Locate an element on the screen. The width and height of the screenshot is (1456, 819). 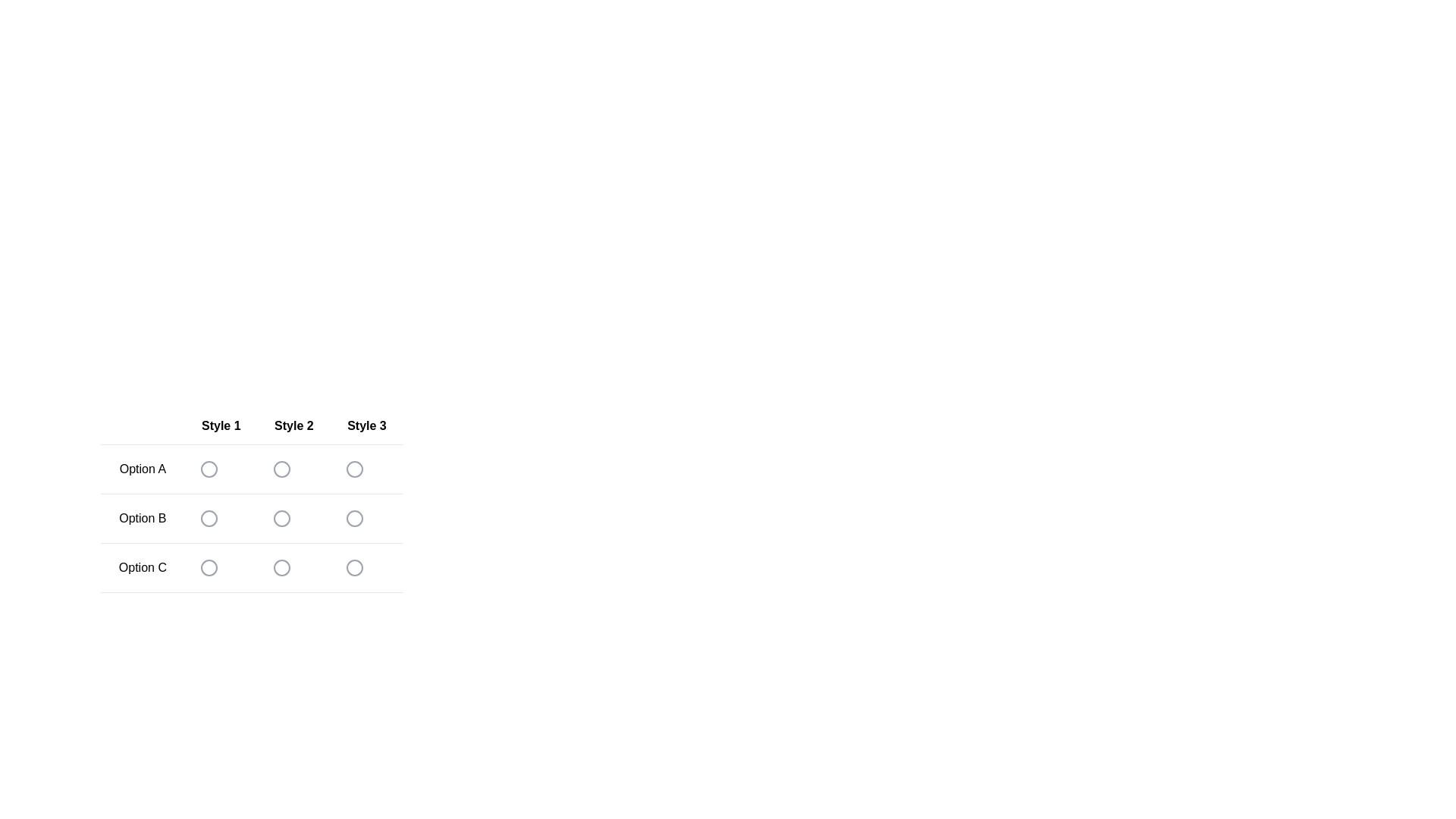
the radio button styled as 'Style 3' under 'Option A' is located at coordinates (367, 468).